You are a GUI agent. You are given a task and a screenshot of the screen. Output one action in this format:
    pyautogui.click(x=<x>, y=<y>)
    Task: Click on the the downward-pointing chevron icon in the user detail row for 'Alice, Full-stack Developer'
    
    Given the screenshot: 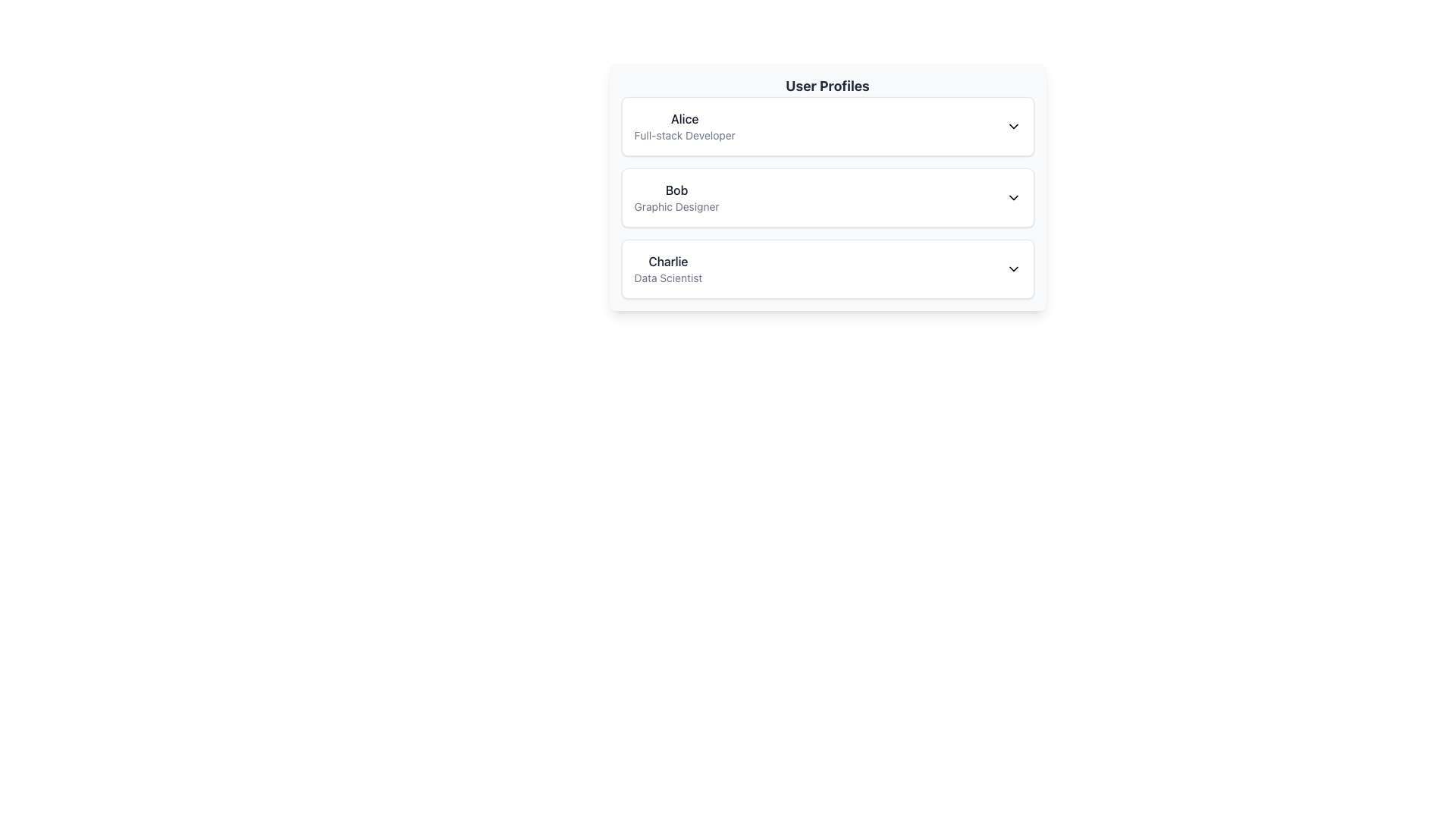 What is the action you would take?
    pyautogui.click(x=1013, y=125)
    